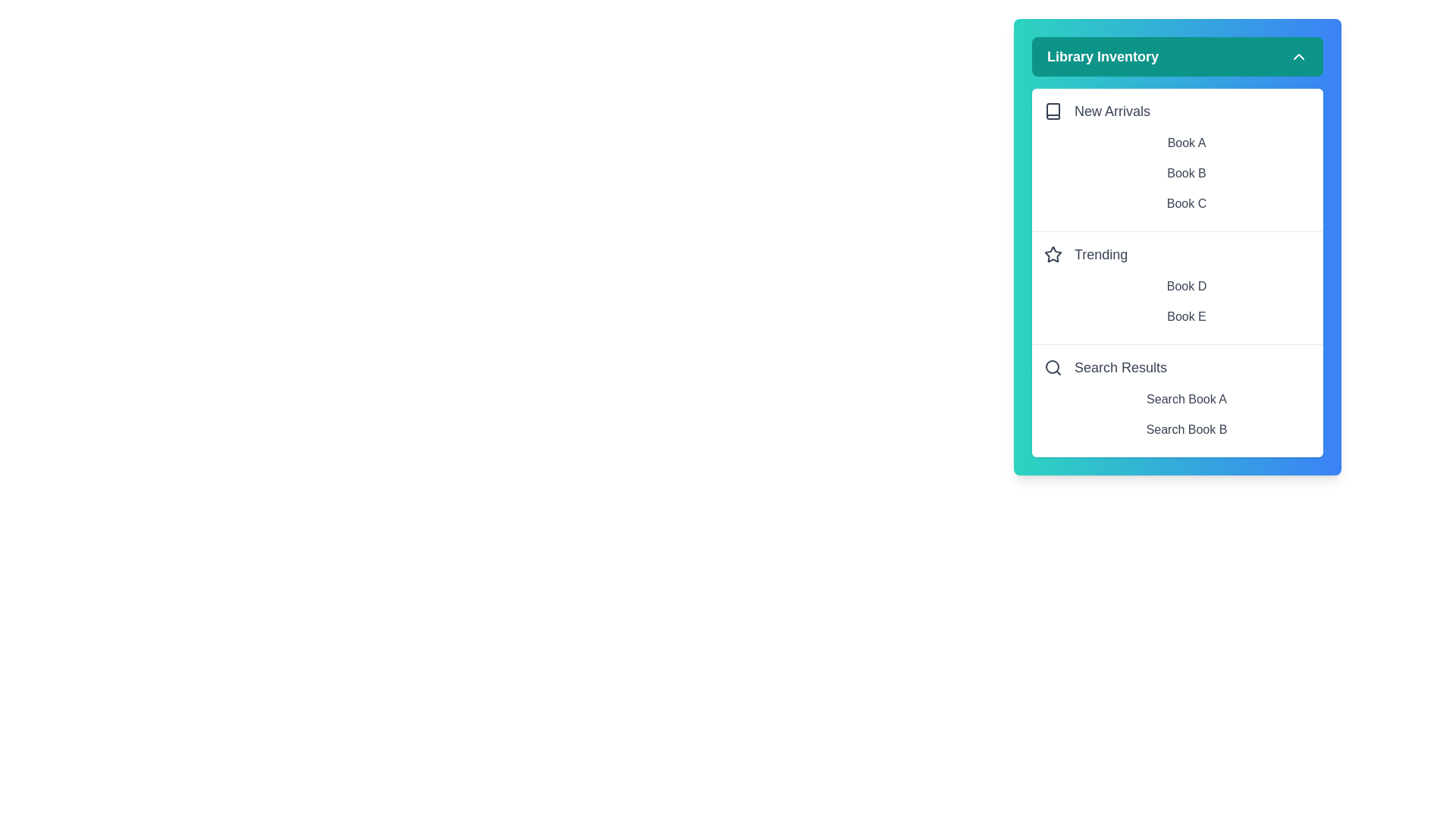  Describe the element at coordinates (1177, 110) in the screenshot. I see `the category New Arrivals to focus on it` at that location.